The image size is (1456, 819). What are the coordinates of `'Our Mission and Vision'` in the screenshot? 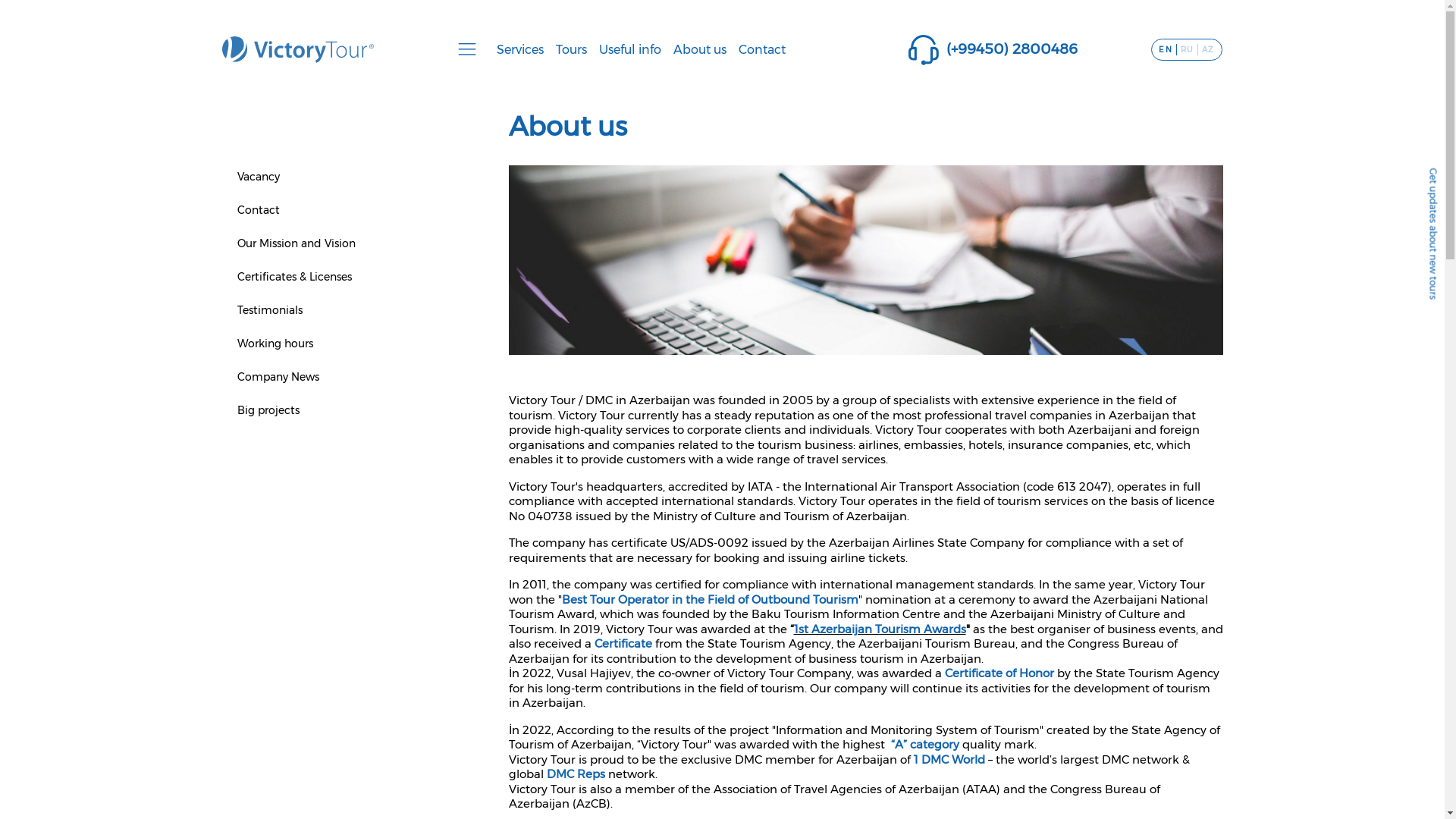 It's located at (295, 242).